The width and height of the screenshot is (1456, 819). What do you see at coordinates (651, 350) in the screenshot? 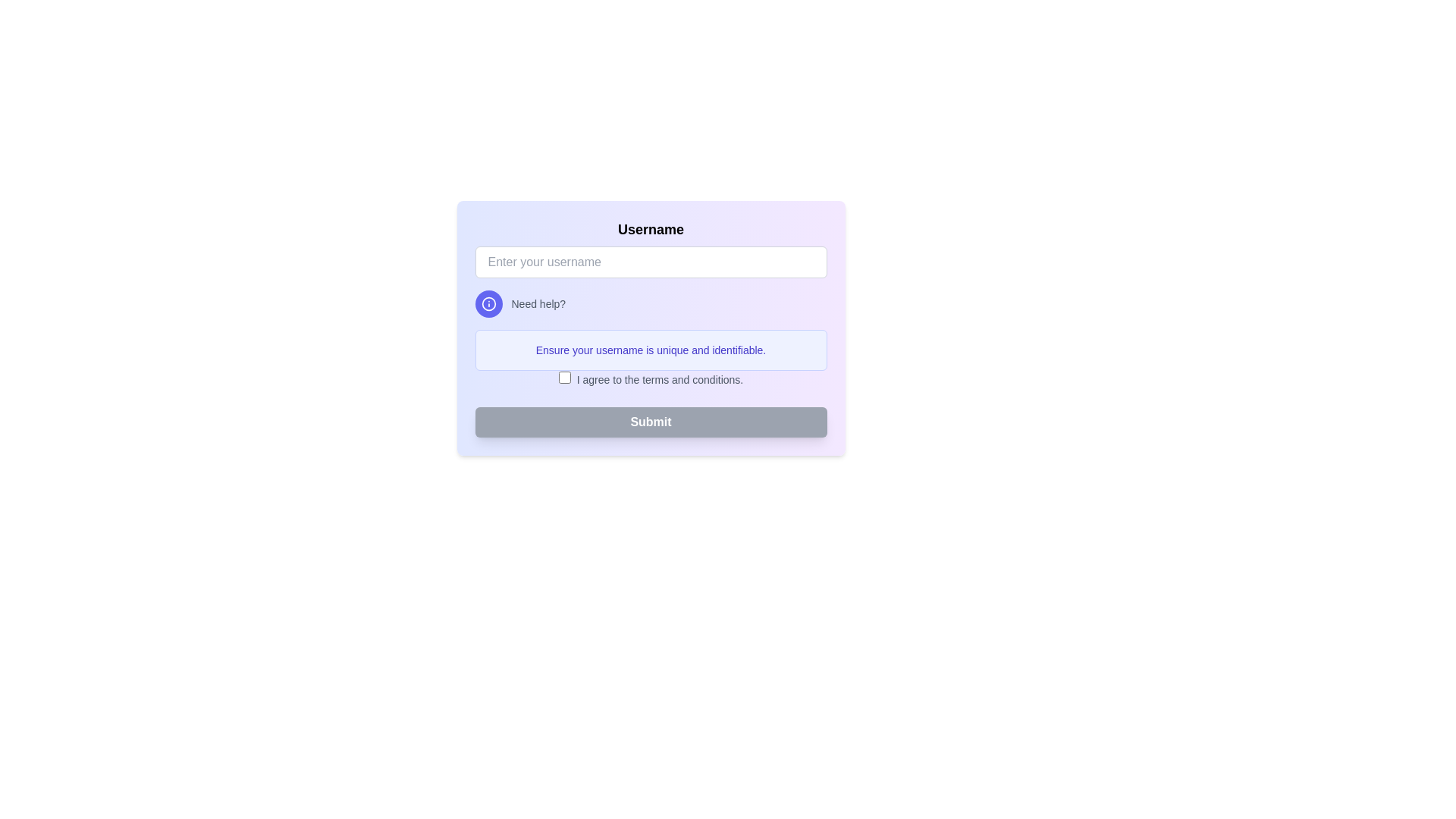
I see `the informational text block that provides guidance for ensuring a unique username, positioned below the 'Need help?' text and above the 'I agree to the terms and conditions.' checkbox` at bounding box center [651, 350].